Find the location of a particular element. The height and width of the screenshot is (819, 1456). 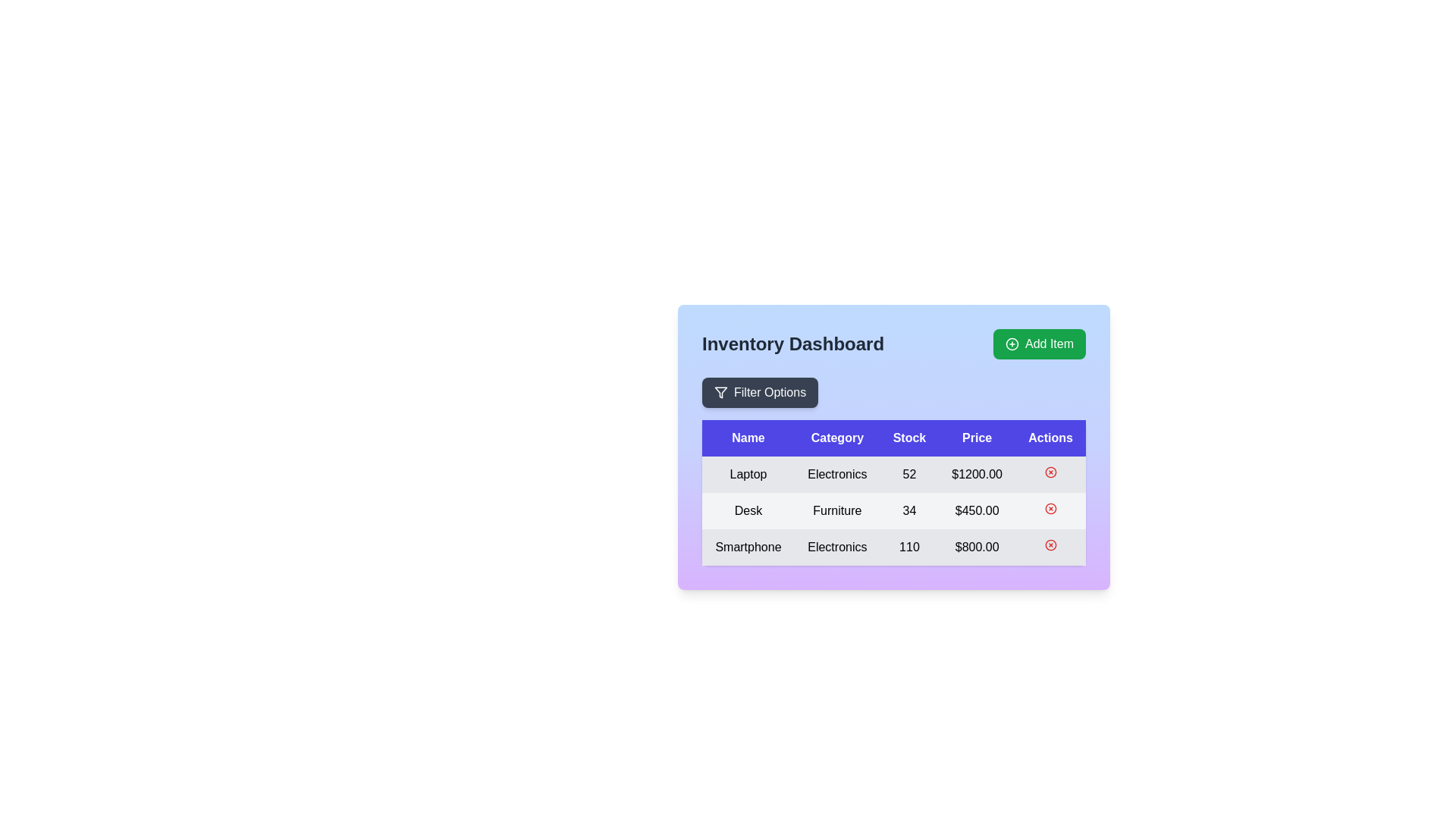

the text label that specifies the name of the item 'Smartphone' located in the third row of the table under the 'Name' column is located at coordinates (748, 547).